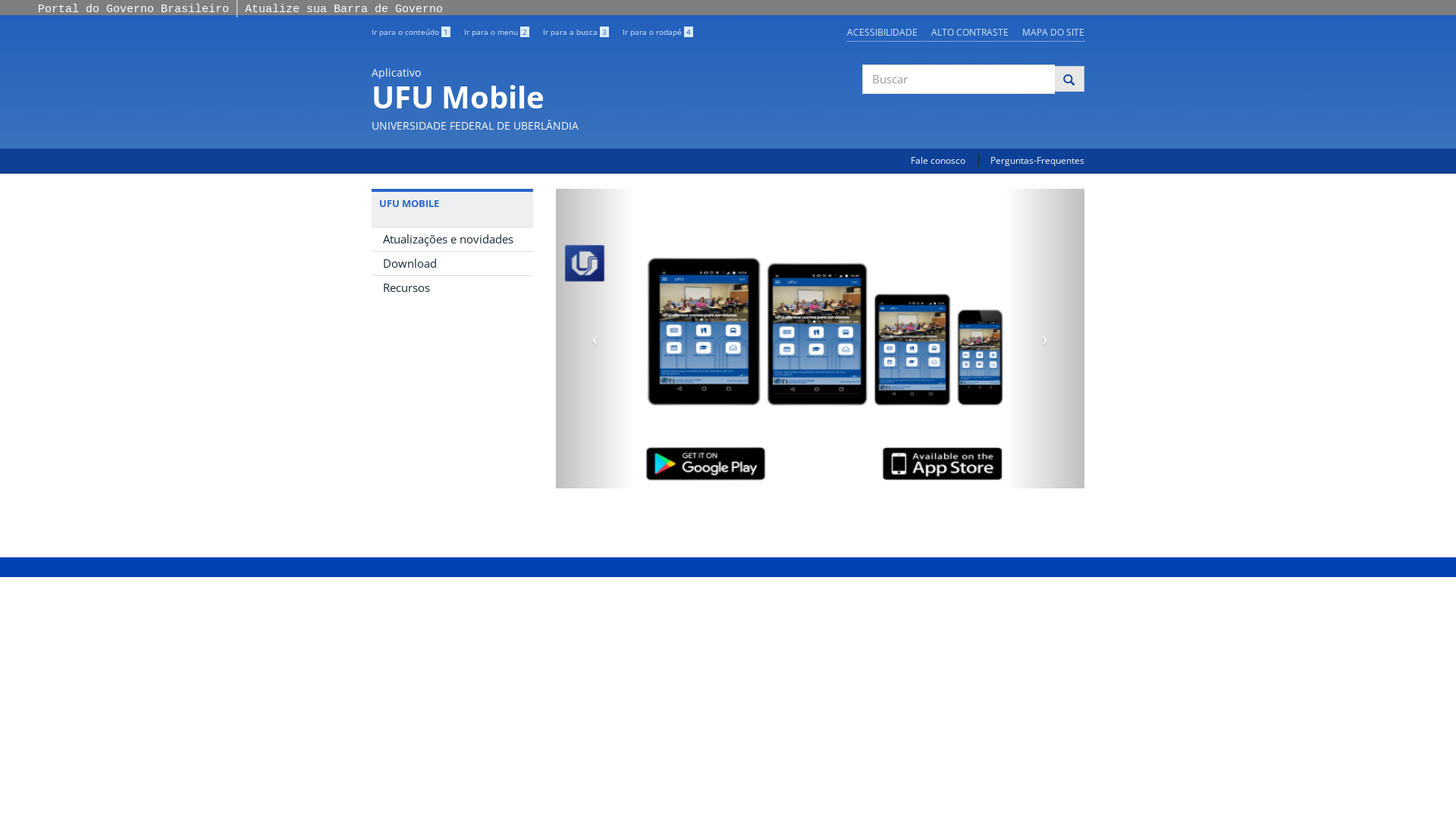 The width and height of the screenshot is (1456, 819). What do you see at coordinates (451, 287) in the screenshot?
I see `'Recursos'` at bounding box center [451, 287].